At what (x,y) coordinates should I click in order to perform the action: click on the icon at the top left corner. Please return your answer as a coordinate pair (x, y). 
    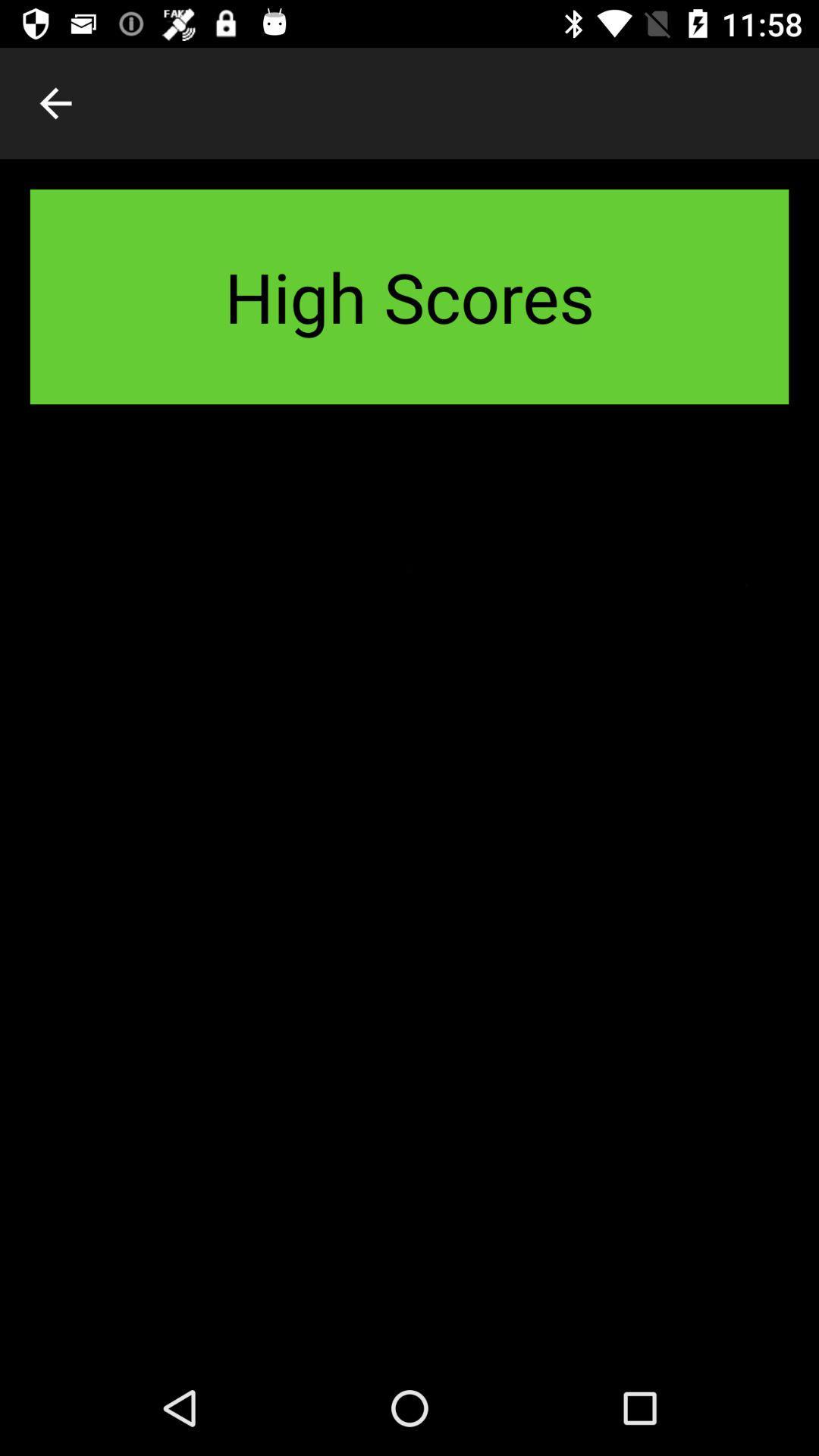
    Looking at the image, I should click on (55, 102).